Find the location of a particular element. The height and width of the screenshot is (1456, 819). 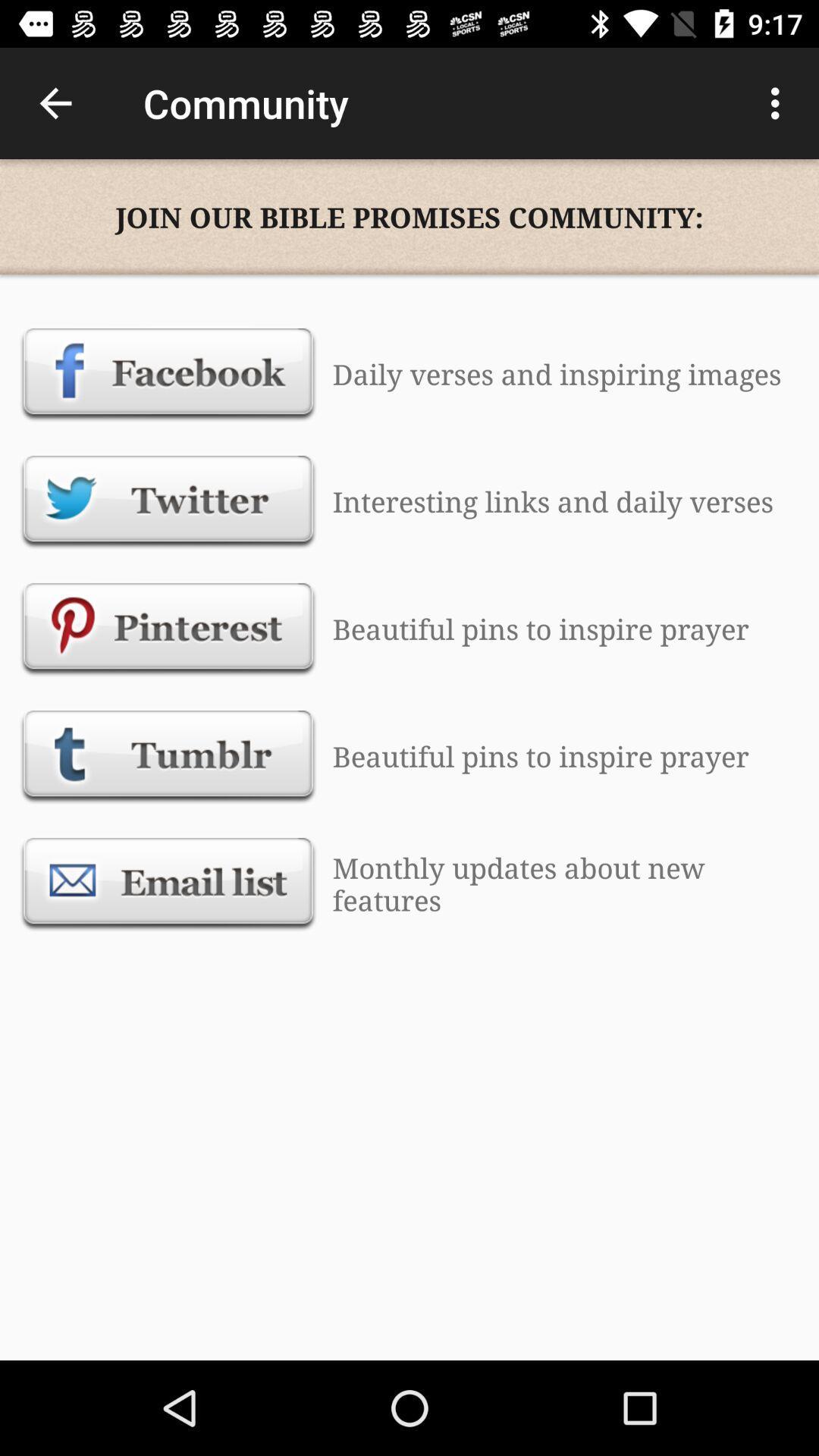

pinterest button is located at coordinates (168, 629).